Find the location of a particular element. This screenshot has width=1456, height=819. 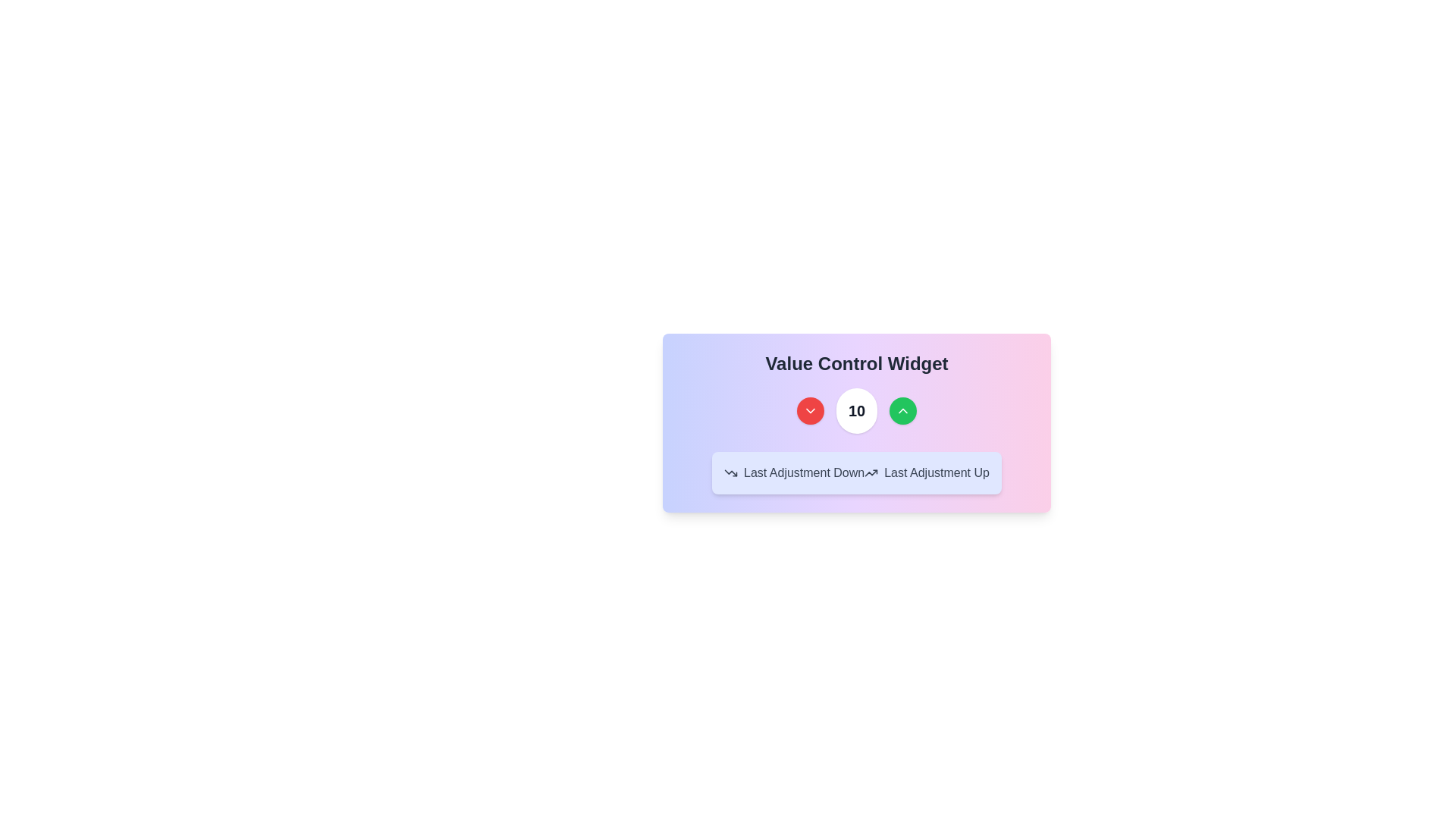

the Text with Icon that displays information regarding the last adjustment, which has an icon indicating a downward trend and is positioned in the lower section of the widget, to the left of 'Last Adjustment Up' is located at coordinates (793, 472).